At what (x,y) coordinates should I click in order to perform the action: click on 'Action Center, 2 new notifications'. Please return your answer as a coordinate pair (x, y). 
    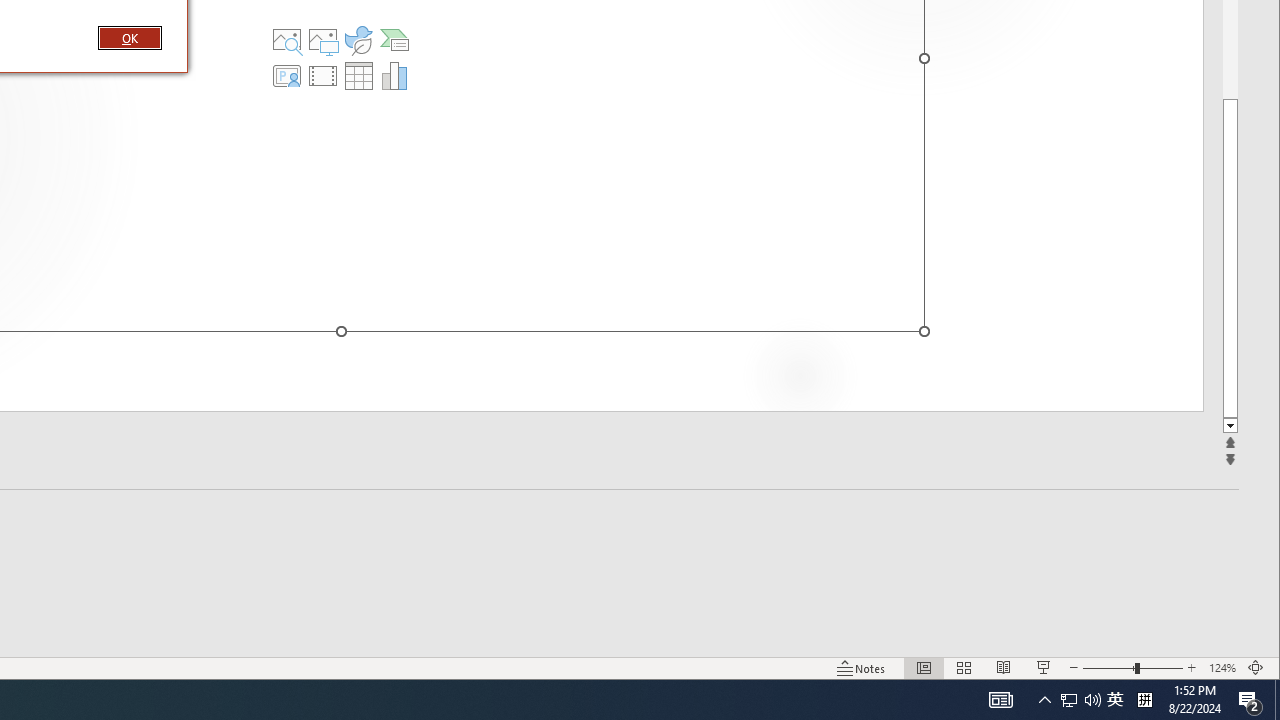
    Looking at the image, I should click on (1250, 698).